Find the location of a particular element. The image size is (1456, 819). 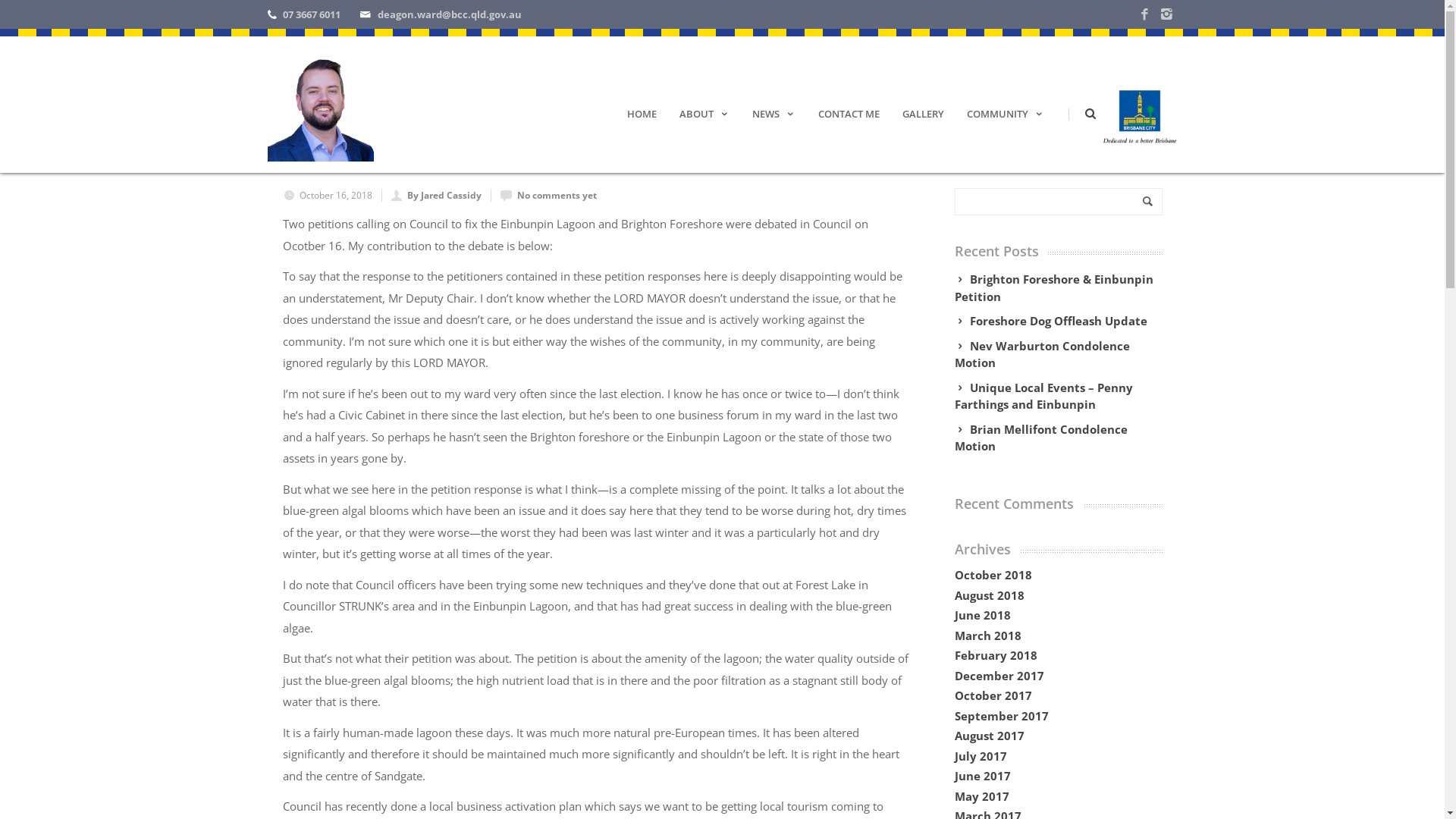

'Facebook' is located at coordinates (1132, 14).